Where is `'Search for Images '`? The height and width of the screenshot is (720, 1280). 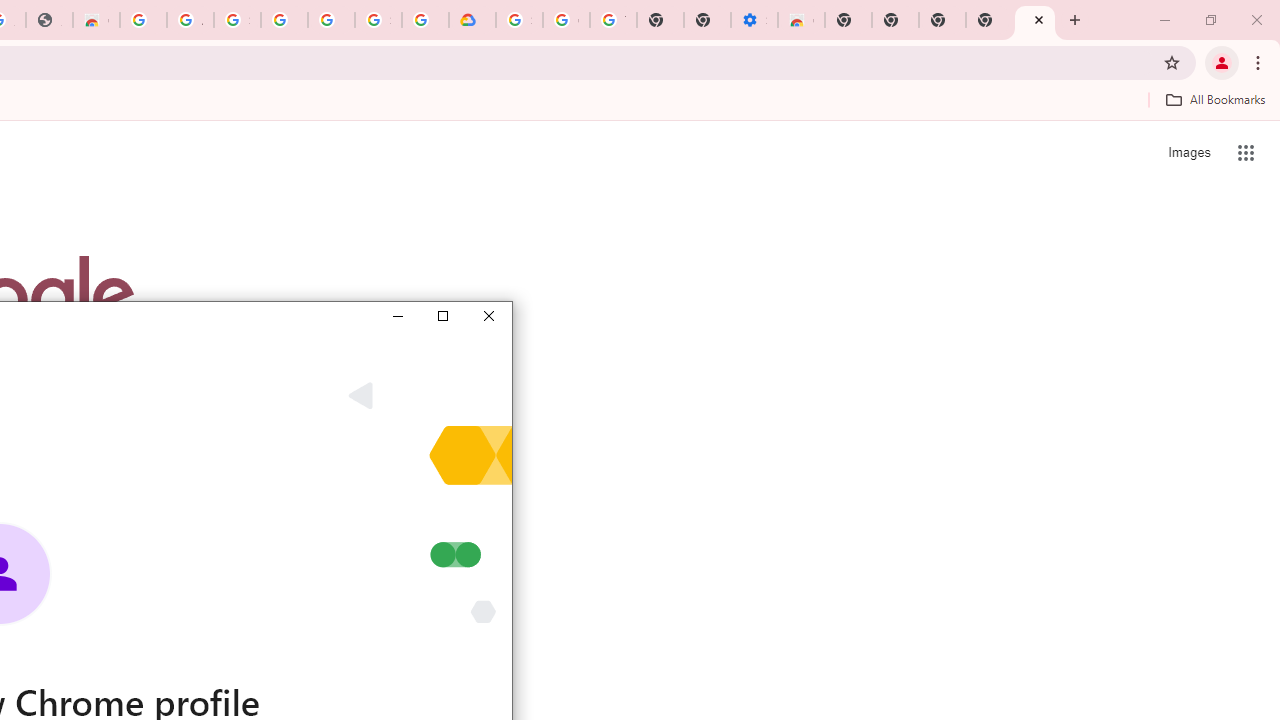
'Search for Images ' is located at coordinates (1189, 152).